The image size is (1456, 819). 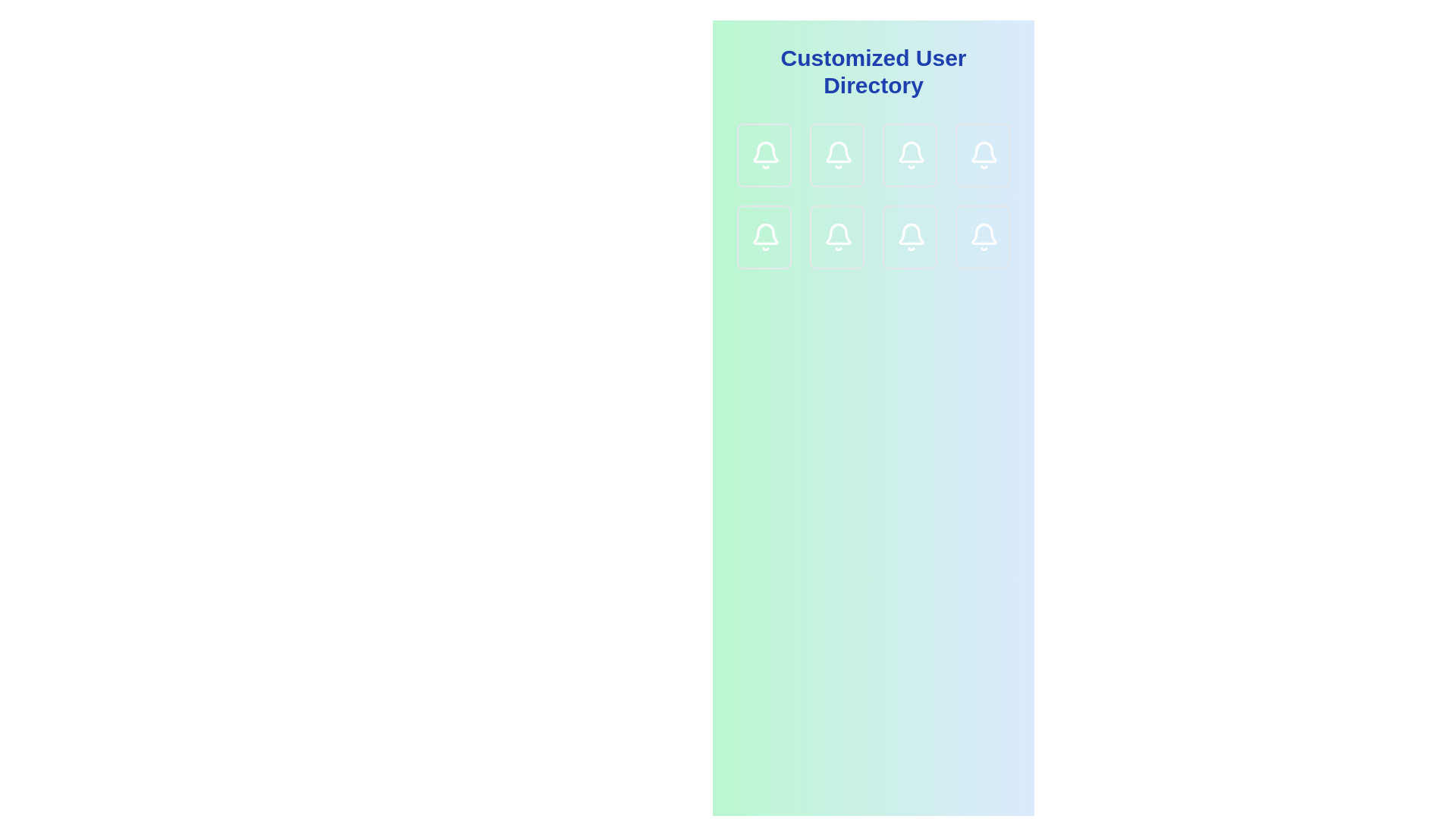 I want to click on the notification bell icon, which is a light outline on a gradient background, positioned centrally in the second column of the first row among a grid of icons, so click(x=837, y=152).